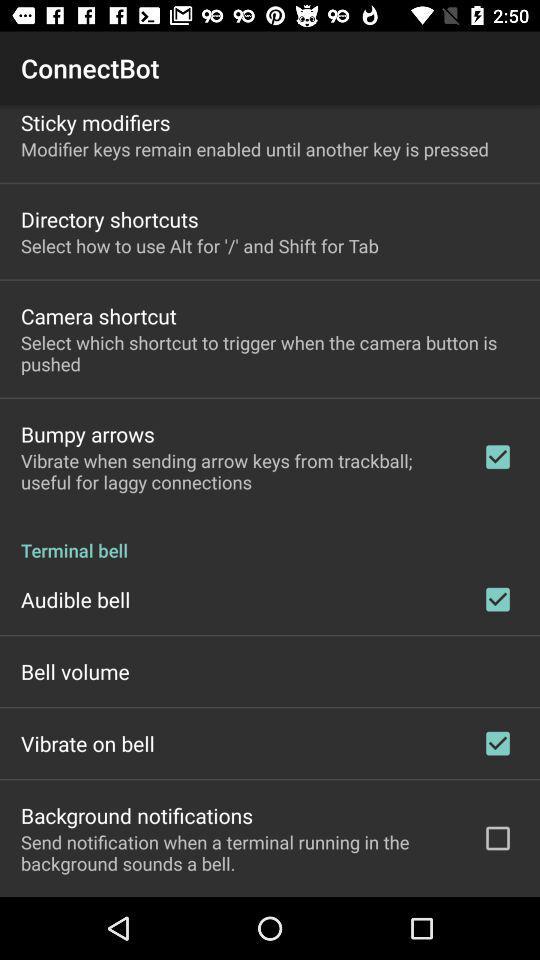 The width and height of the screenshot is (540, 960). I want to click on the app below sticky modifiers icon, so click(254, 148).